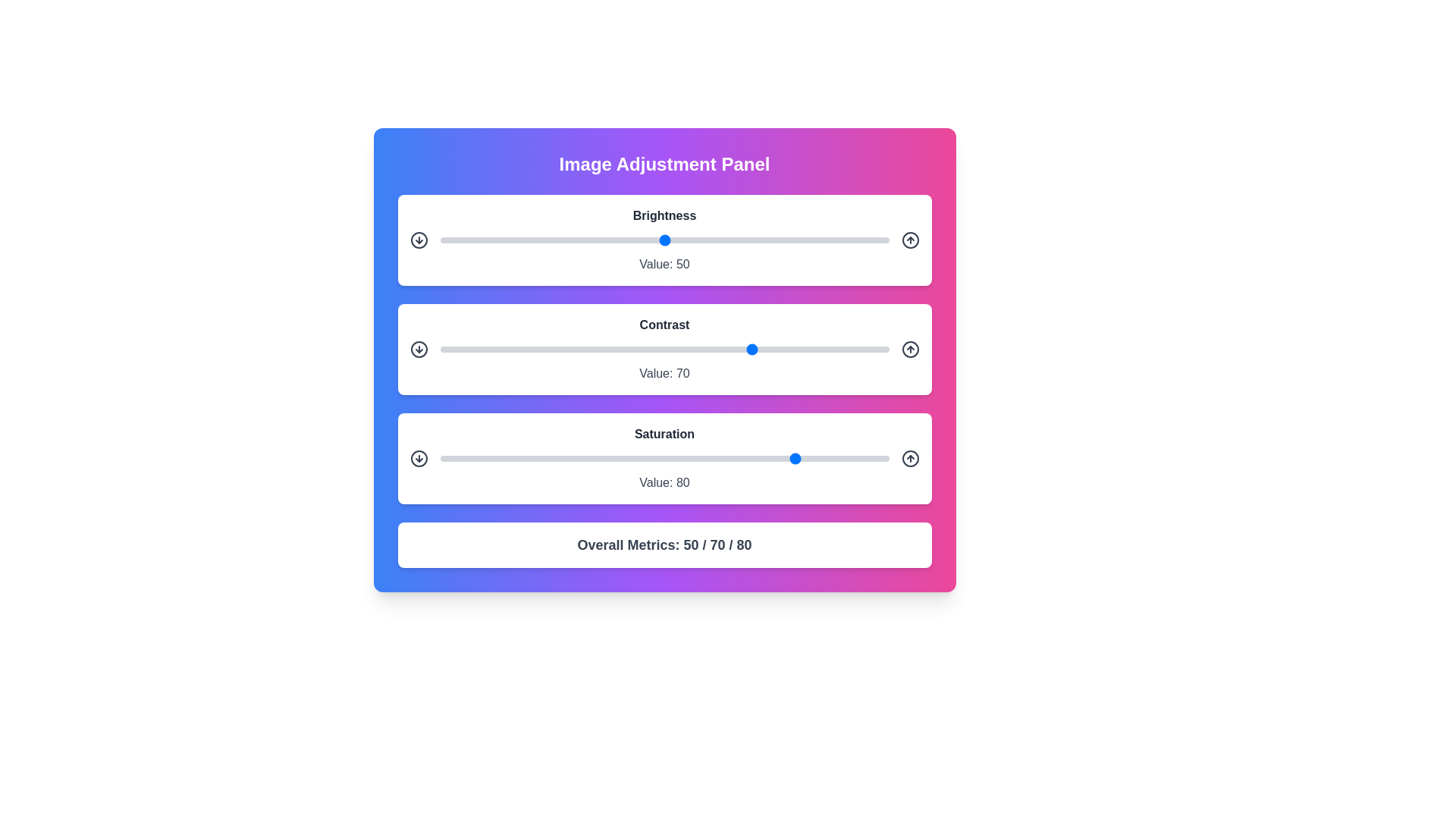 The height and width of the screenshot is (819, 1456). Describe the element at coordinates (664, 164) in the screenshot. I see `the Header element that describes the image adjustment section, located at the top of the interface within a rounded box` at that location.